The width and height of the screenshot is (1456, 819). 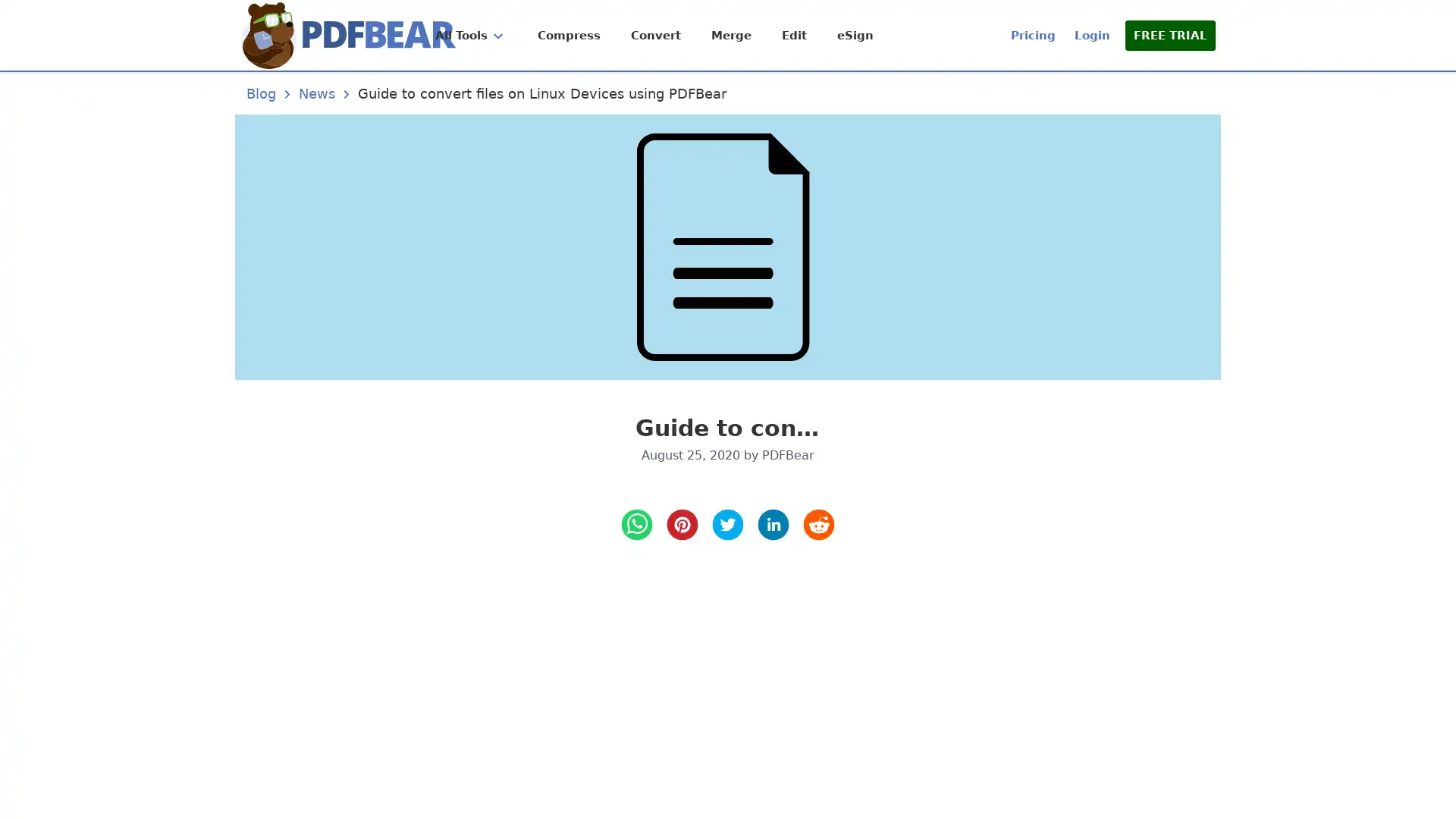 What do you see at coordinates (655, 34) in the screenshot?
I see `Convert` at bounding box center [655, 34].